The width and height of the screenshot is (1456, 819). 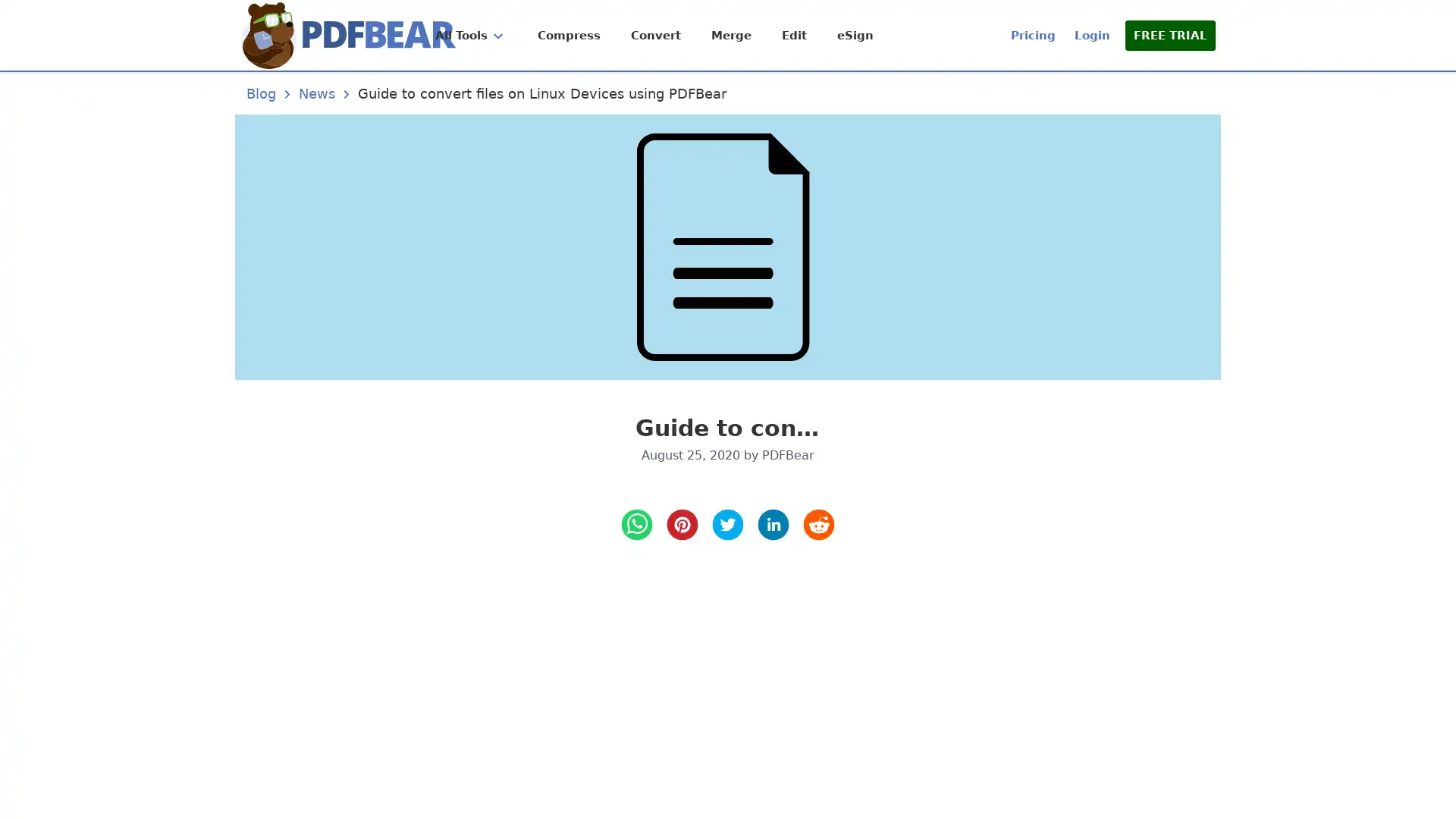 What do you see at coordinates (655, 34) in the screenshot?
I see `Convert` at bounding box center [655, 34].